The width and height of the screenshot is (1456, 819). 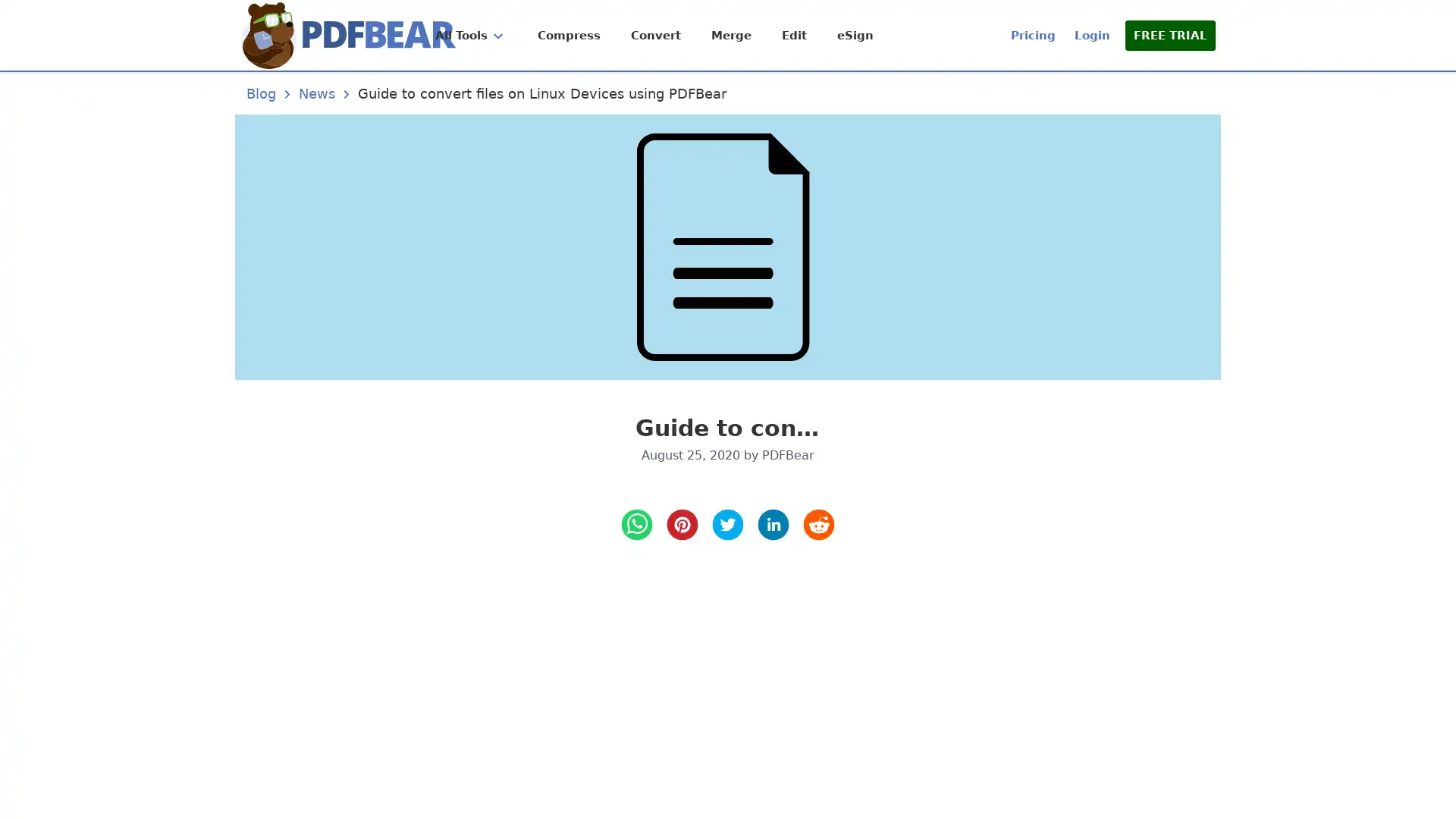 What do you see at coordinates (655, 34) in the screenshot?
I see `Convert` at bounding box center [655, 34].